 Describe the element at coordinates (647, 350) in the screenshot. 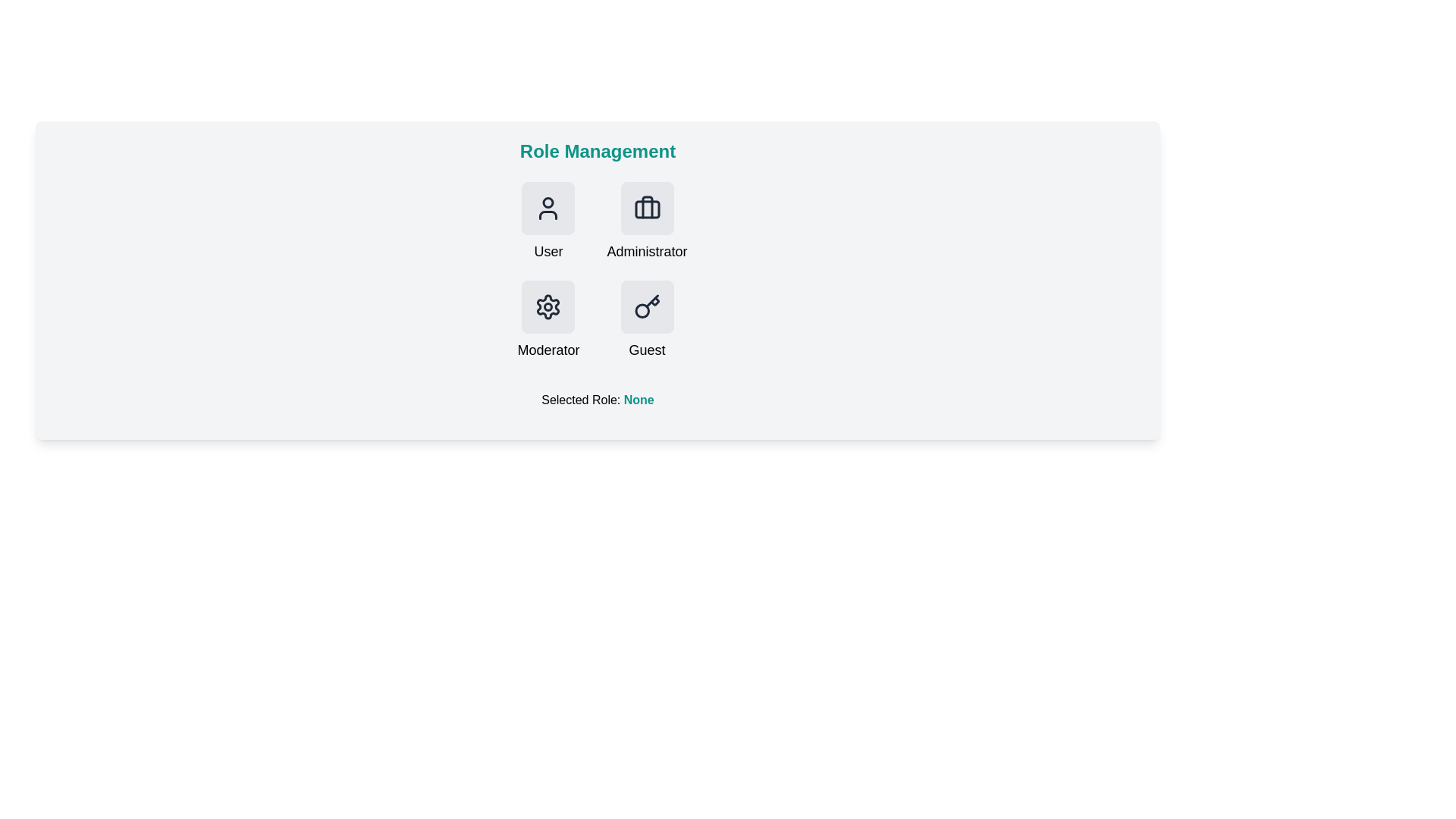

I see `the static text label that says 'Guest', which is positioned below the key icon within the role options group` at that location.